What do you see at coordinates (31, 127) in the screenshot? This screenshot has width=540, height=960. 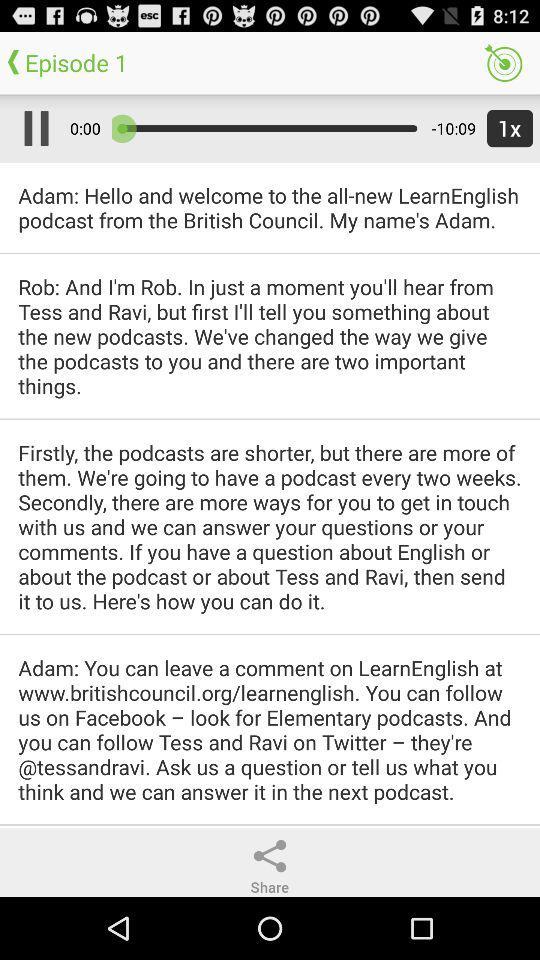 I see `app next to 0:00 icon` at bounding box center [31, 127].